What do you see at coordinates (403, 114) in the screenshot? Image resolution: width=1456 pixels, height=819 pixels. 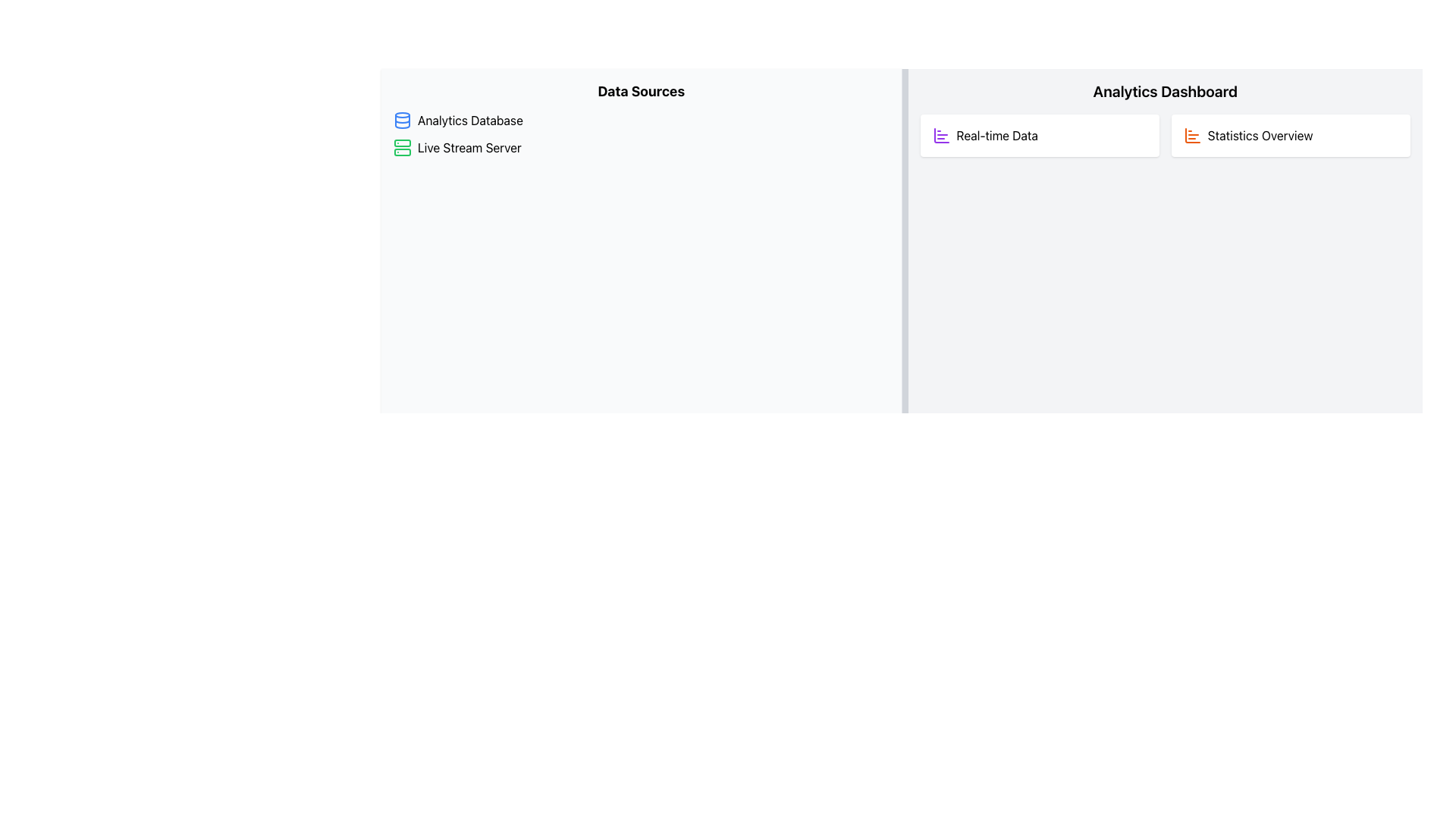 I see `the SVG ellipse component that visually represents the top of the database icon next to the 'Analytics Database' label in the 'Data Sources' section` at bounding box center [403, 114].